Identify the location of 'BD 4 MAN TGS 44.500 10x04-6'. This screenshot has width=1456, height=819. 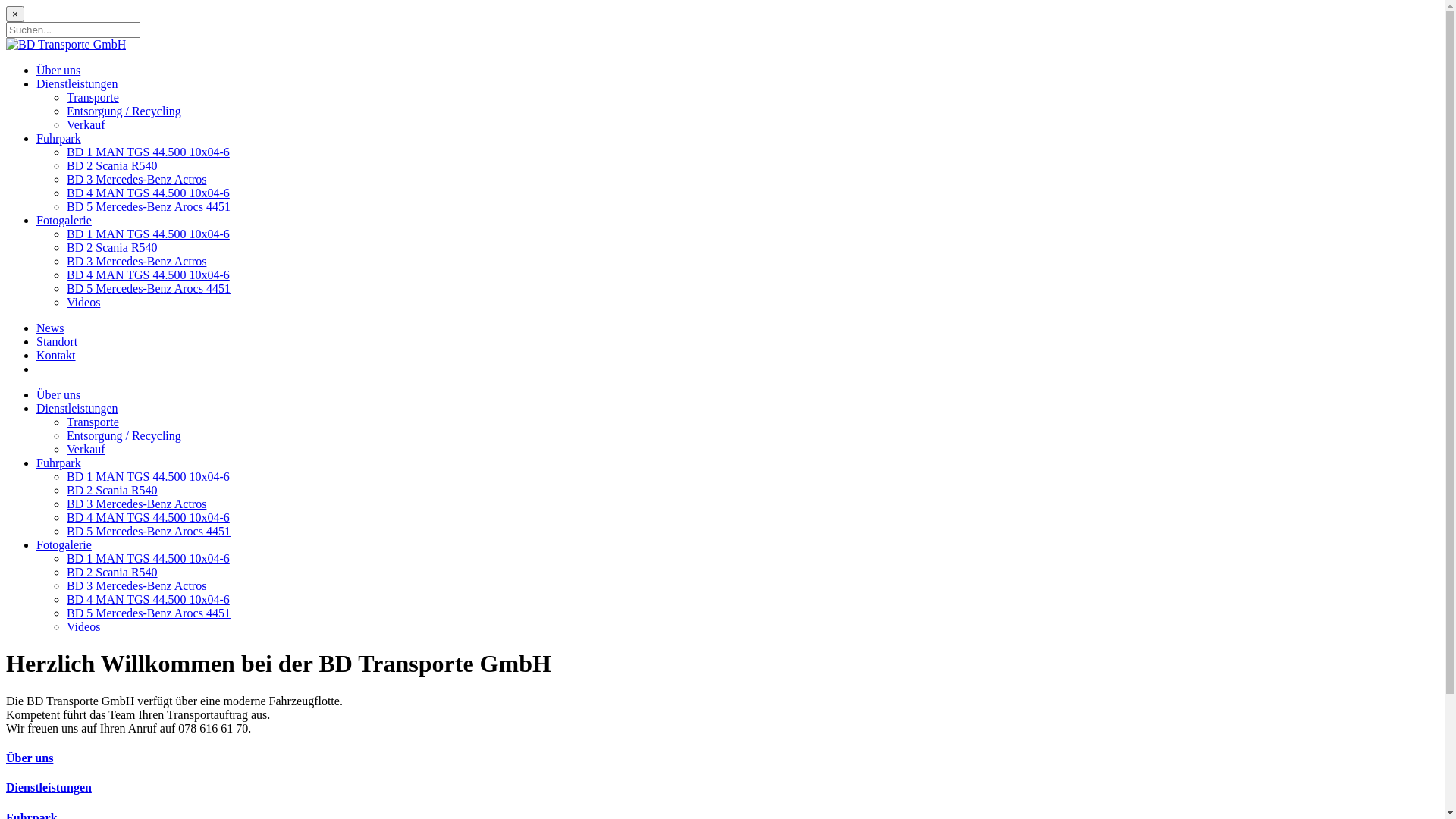
(148, 192).